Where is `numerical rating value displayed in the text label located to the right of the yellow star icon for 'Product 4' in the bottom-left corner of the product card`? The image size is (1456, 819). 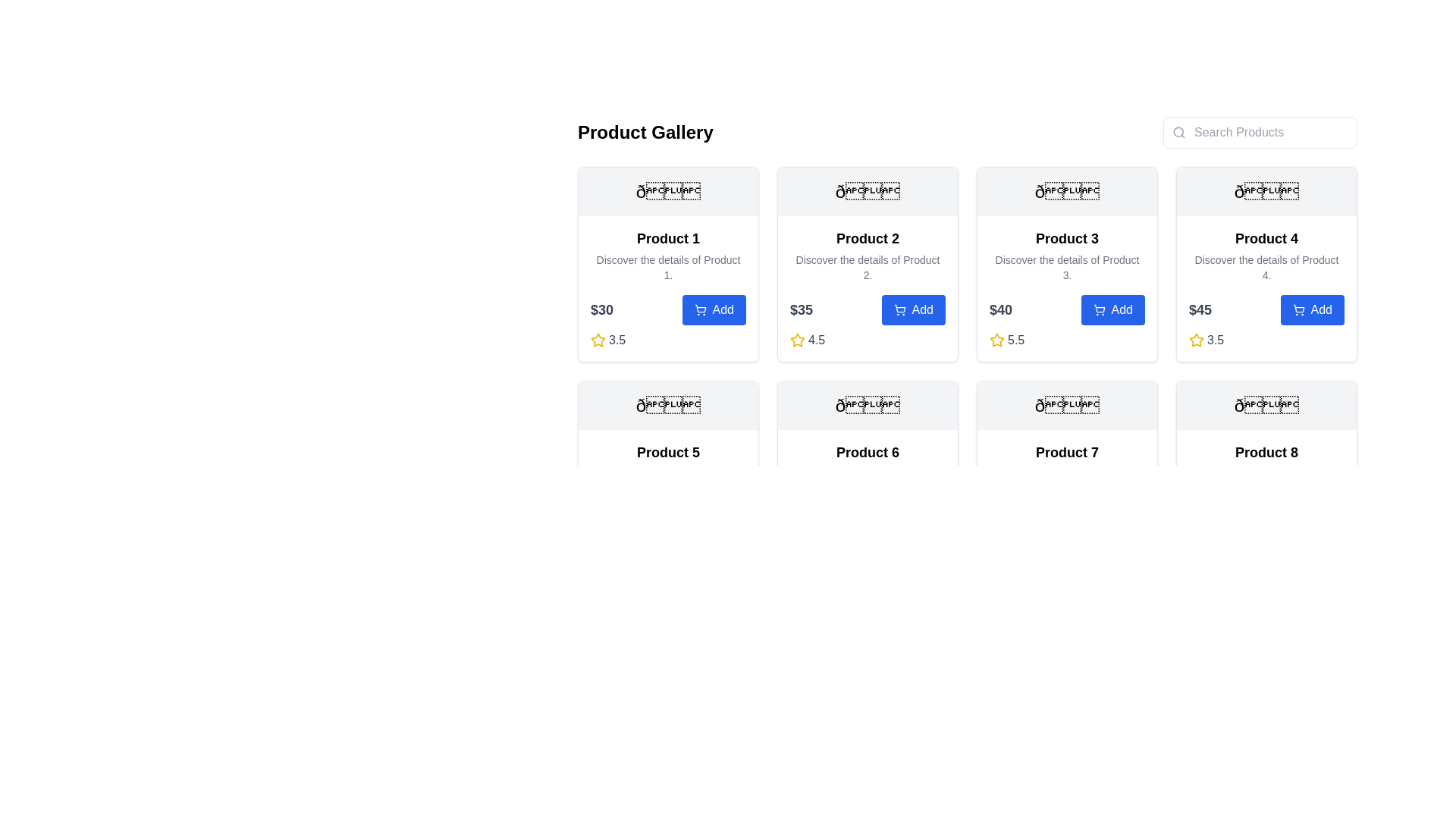
numerical rating value displayed in the text label located to the right of the yellow star icon for 'Product 4' in the bottom-left corner of the product card is located at coordinates (1216, 339).